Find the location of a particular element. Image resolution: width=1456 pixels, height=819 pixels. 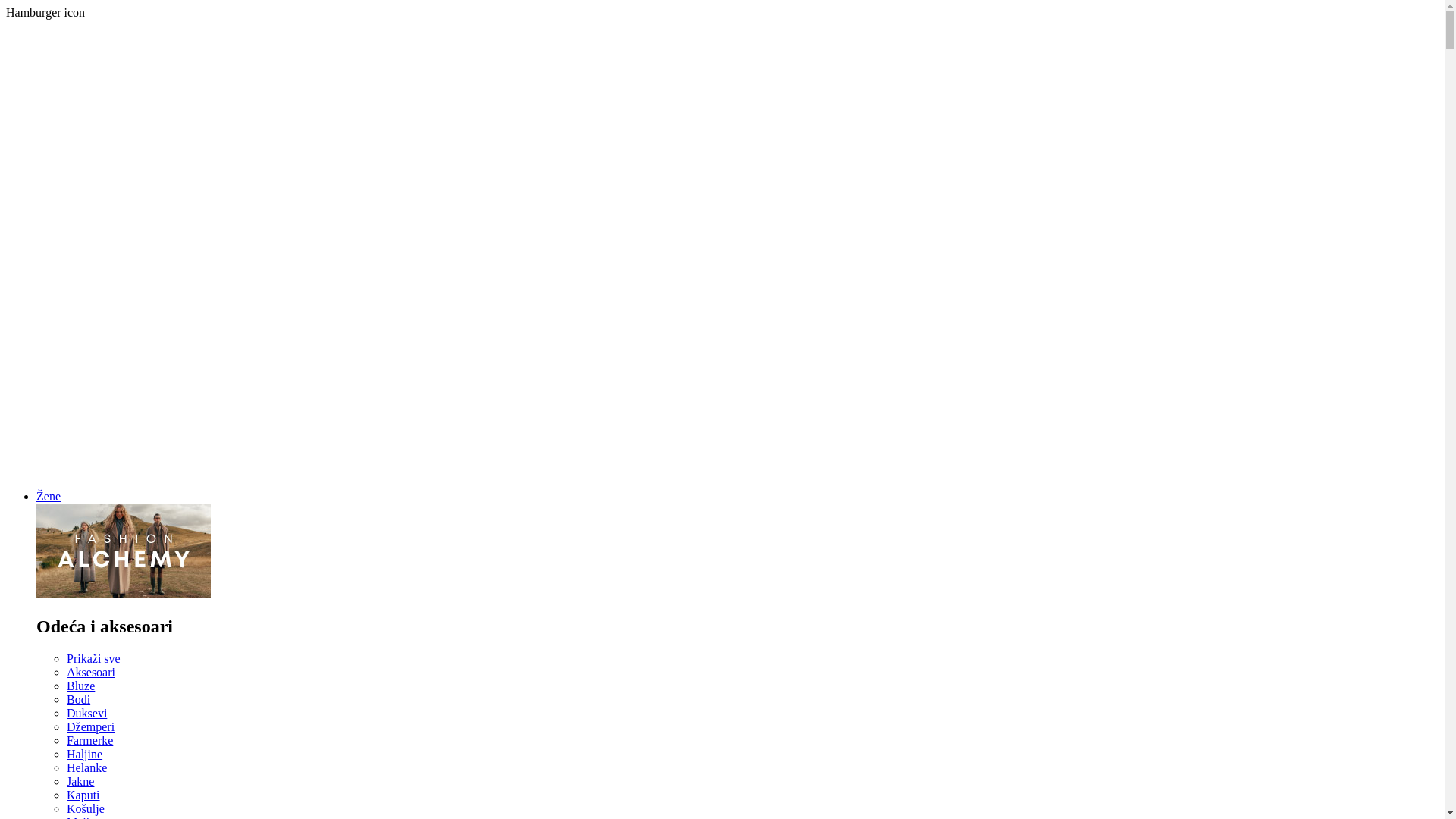

'Duksevi' is located at coordinates (86, 713).